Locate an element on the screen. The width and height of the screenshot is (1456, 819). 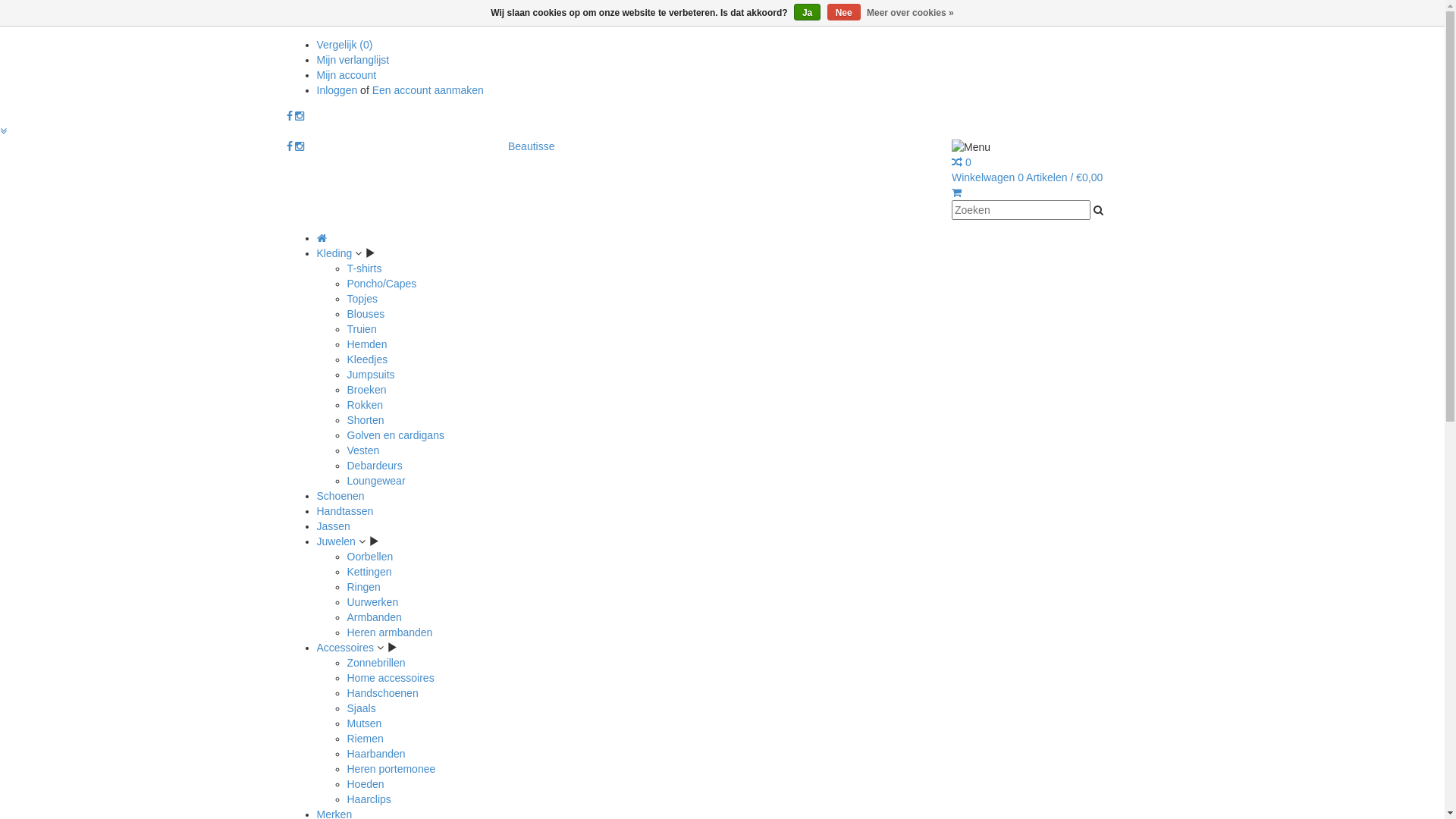
'Ringen' is located at coordinates (346, 586).